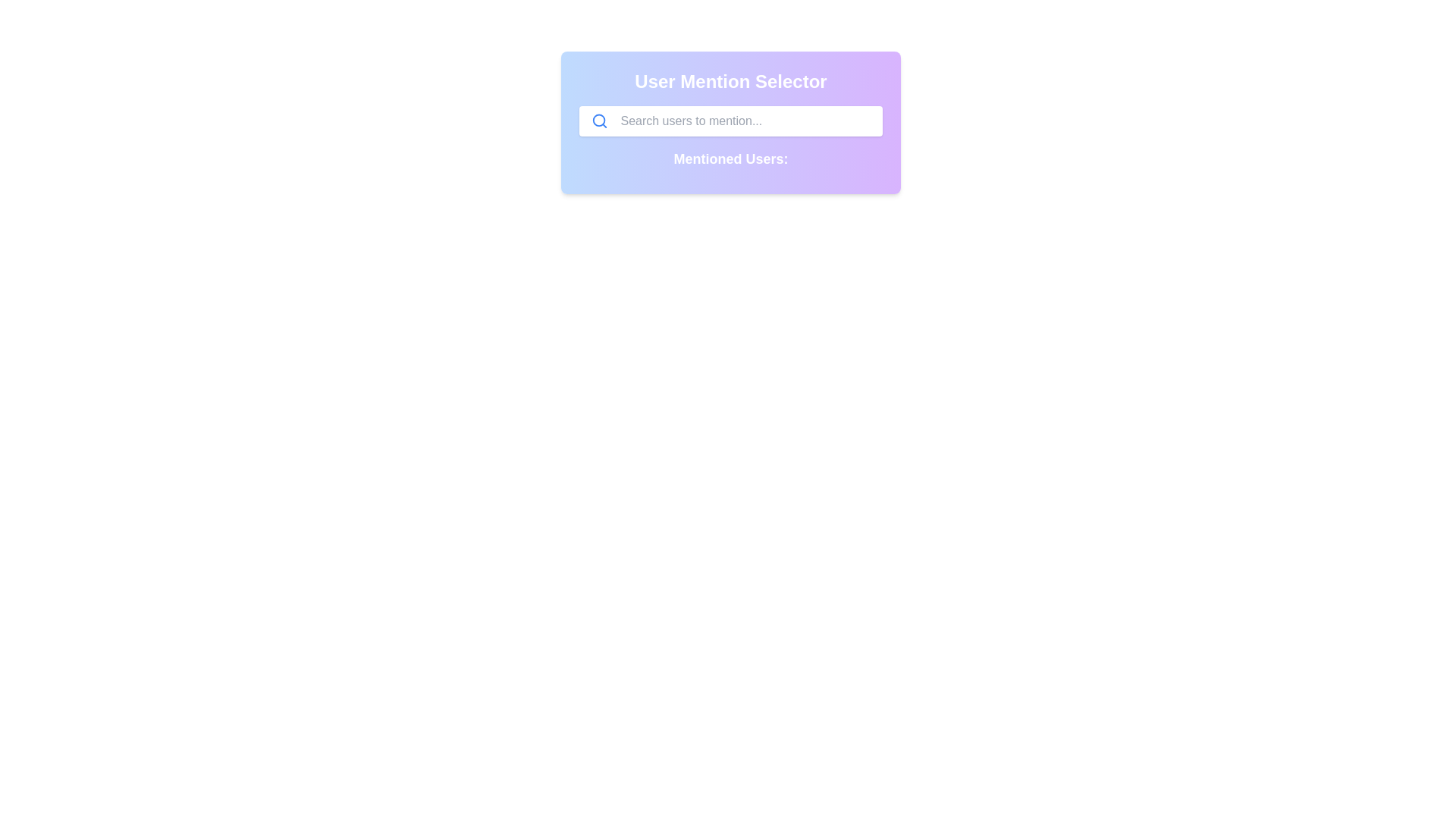 The height and width of the screenshot is (819, 1456). I want to click on label indicating the section for displayed users, positioned centrally below the 'Search users to mention...' input field in the 'User Mention Selector', so click(731, 162).